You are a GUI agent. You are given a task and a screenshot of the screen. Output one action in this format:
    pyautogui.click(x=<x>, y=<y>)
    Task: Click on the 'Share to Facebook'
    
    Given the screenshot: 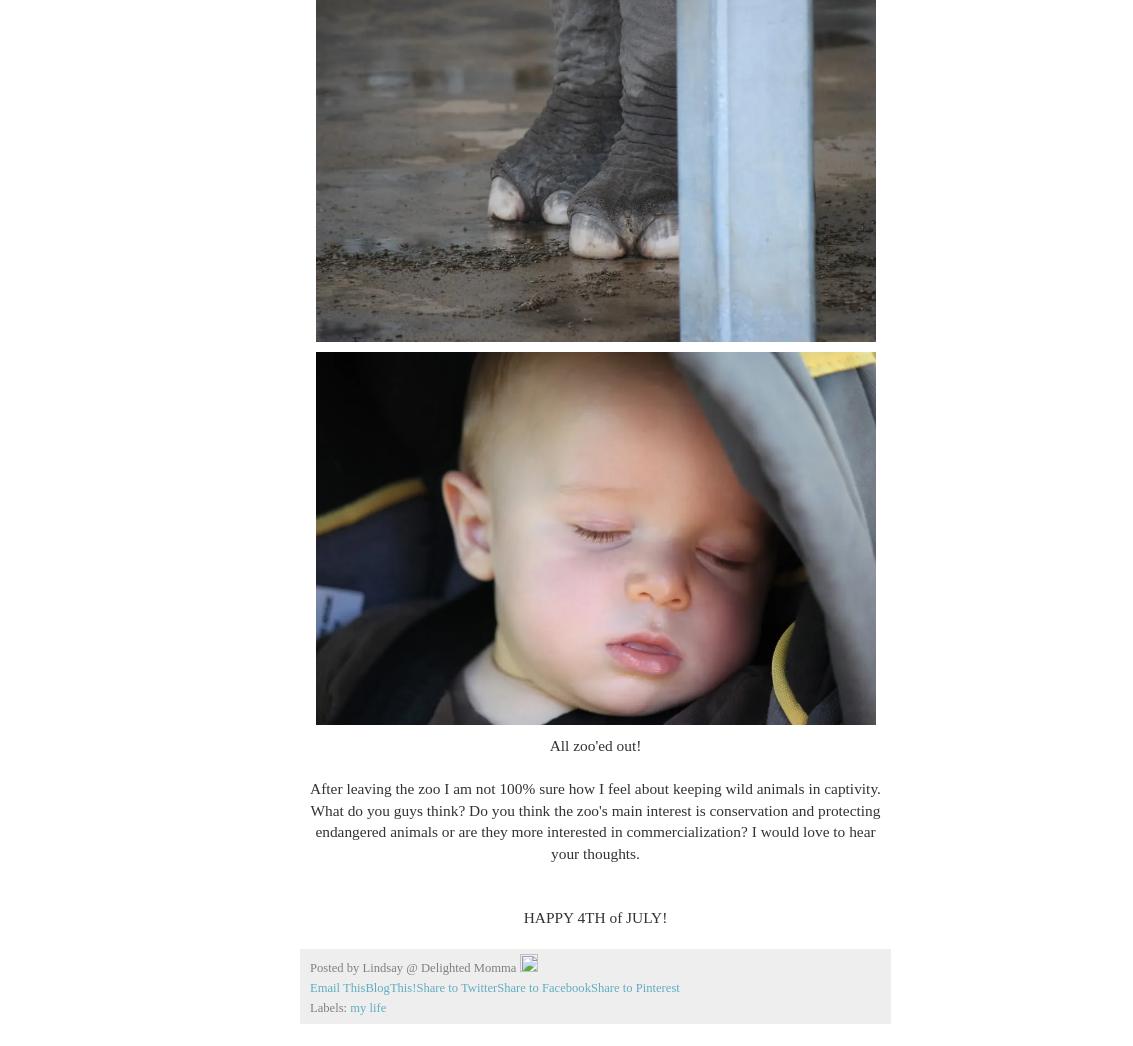 What is the action you would take?
    pyautogui.click(x=497, y=987)
    